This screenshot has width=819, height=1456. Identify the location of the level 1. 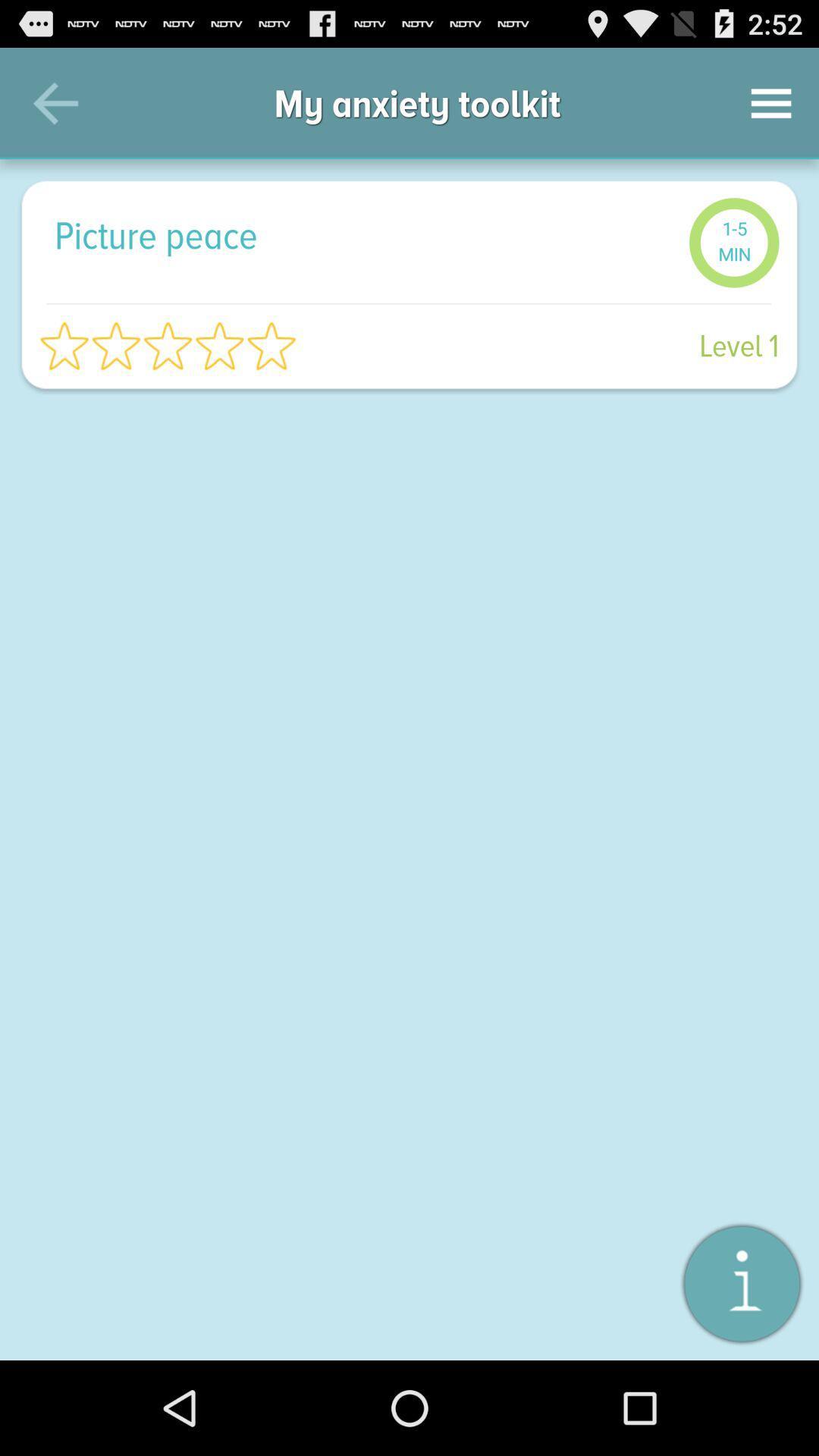
(546, 345).